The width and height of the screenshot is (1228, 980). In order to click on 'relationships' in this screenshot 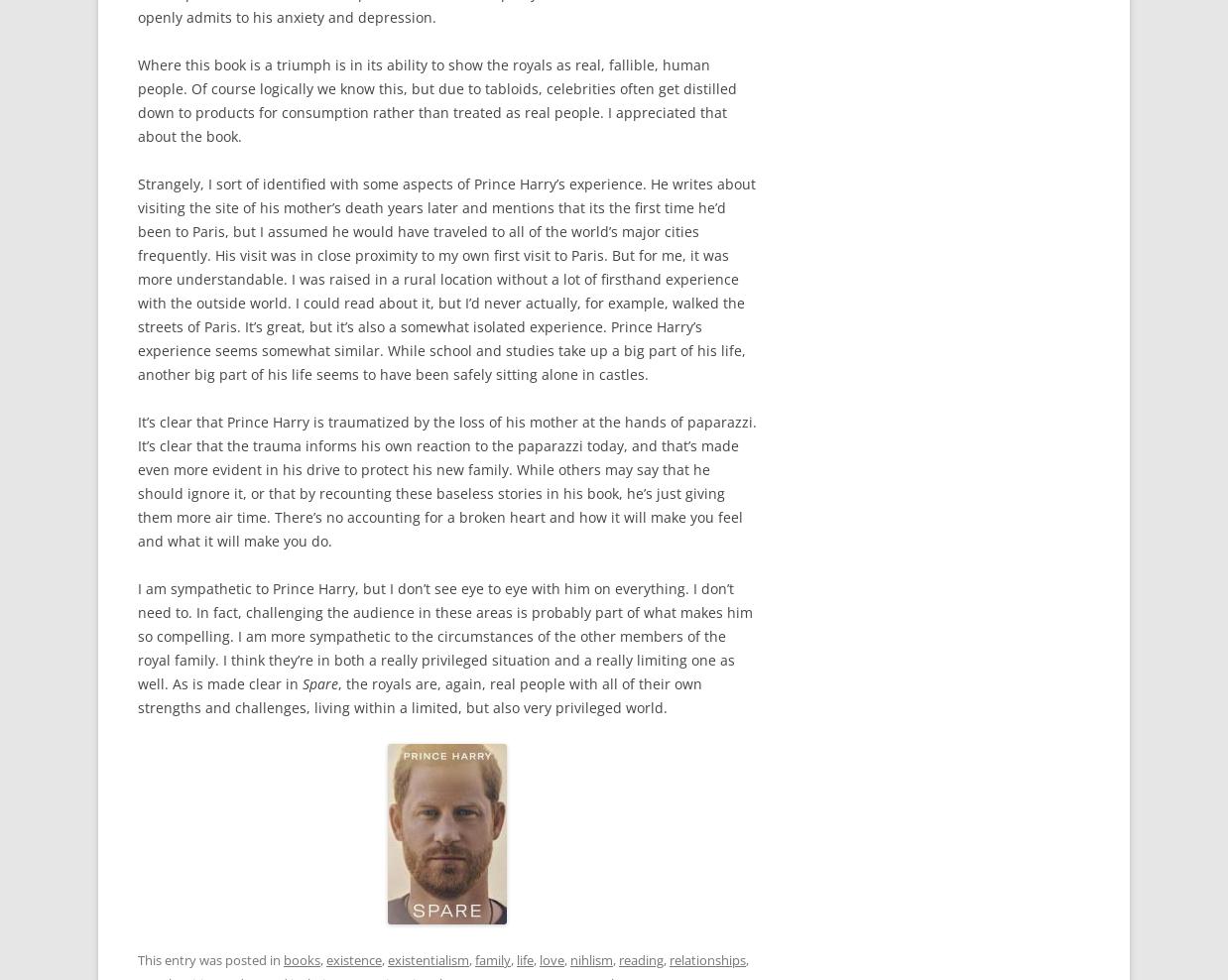, I will do `click(706, 960)`.